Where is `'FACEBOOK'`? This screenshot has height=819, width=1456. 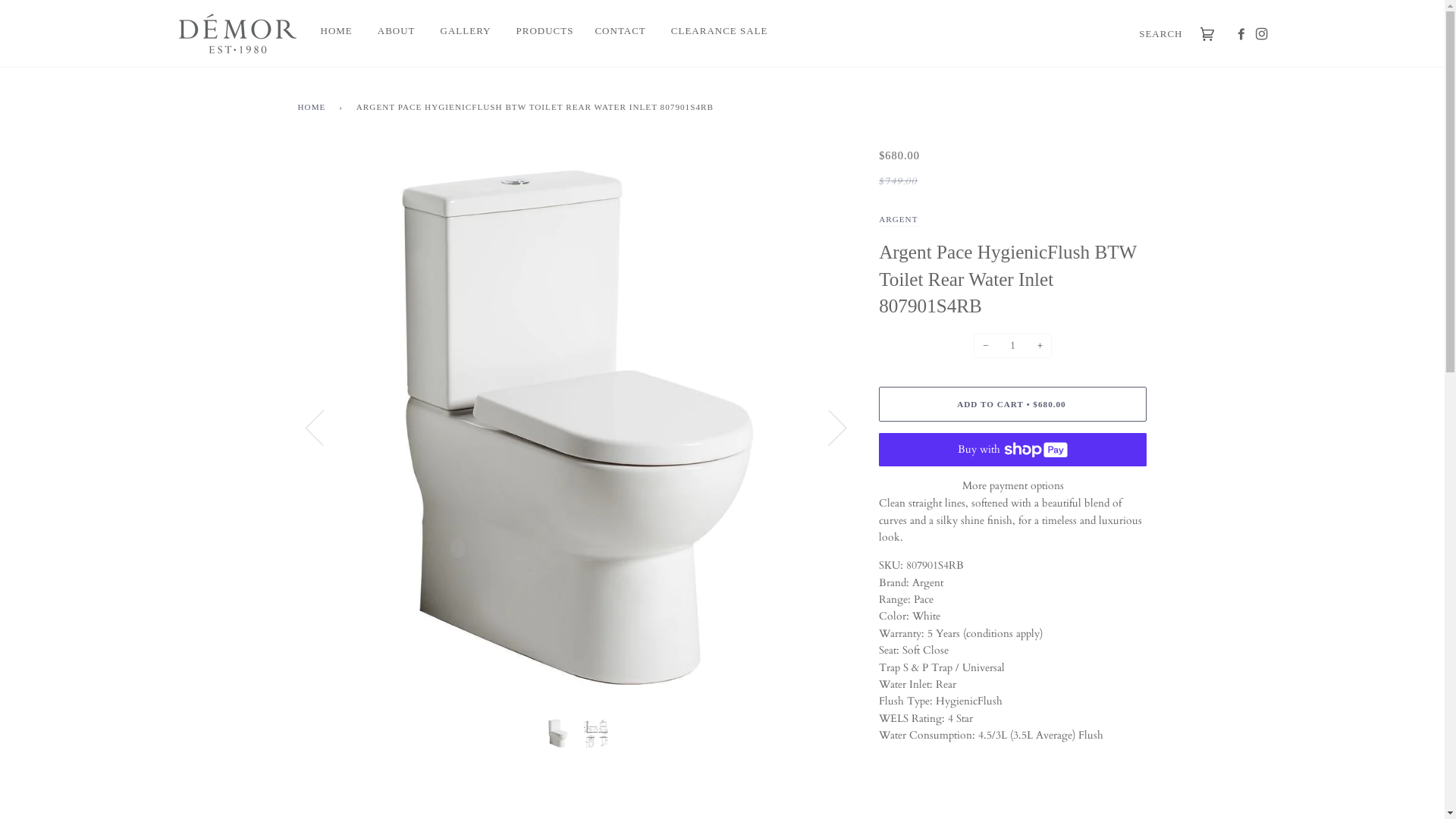
'FACEBOOK' is located at coordinates (1232, 34).